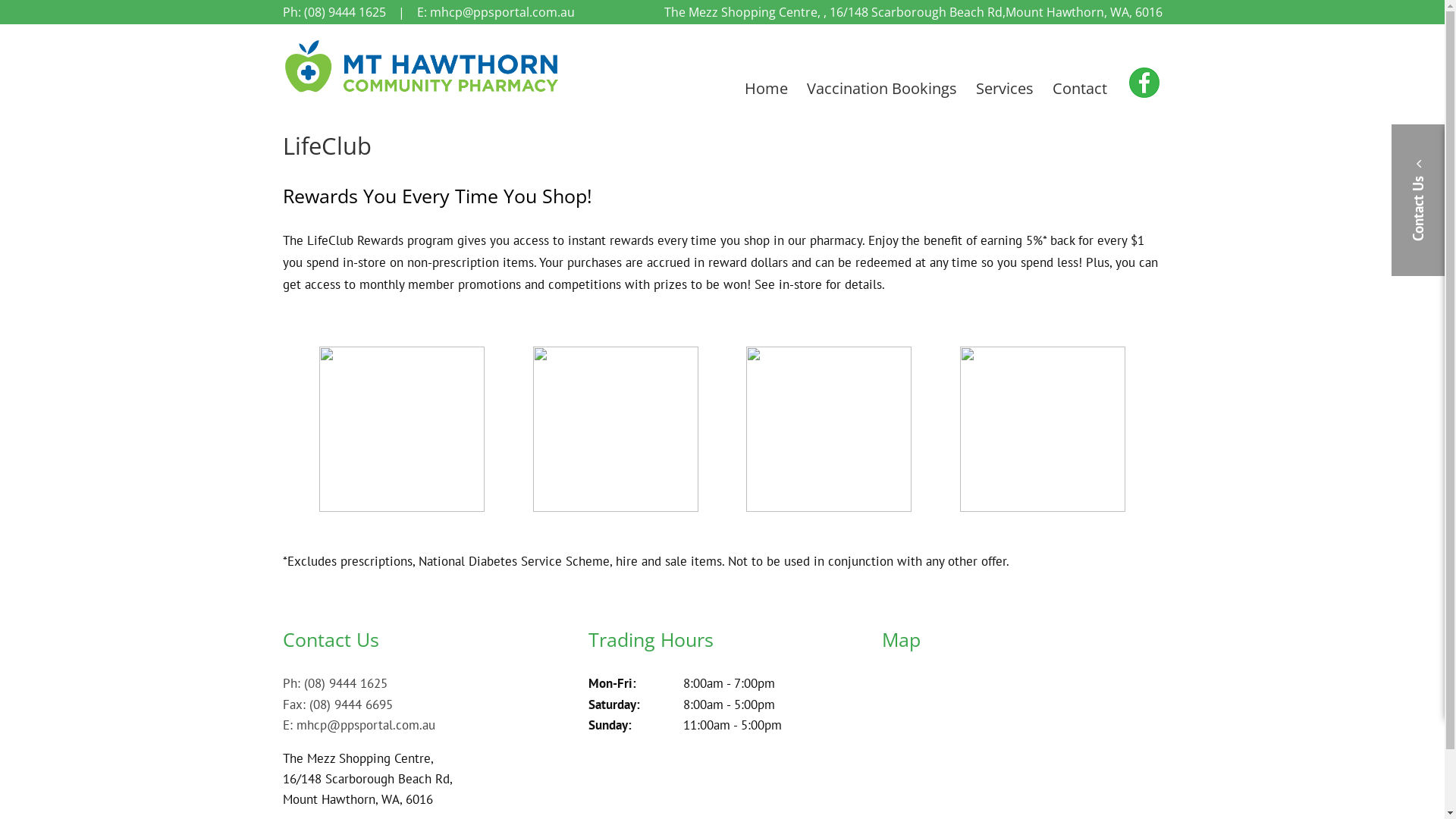  What do you see at coordinates (1004, 88) in the screenshot?
I see `'Services'` at bounding box center [1004, 88].